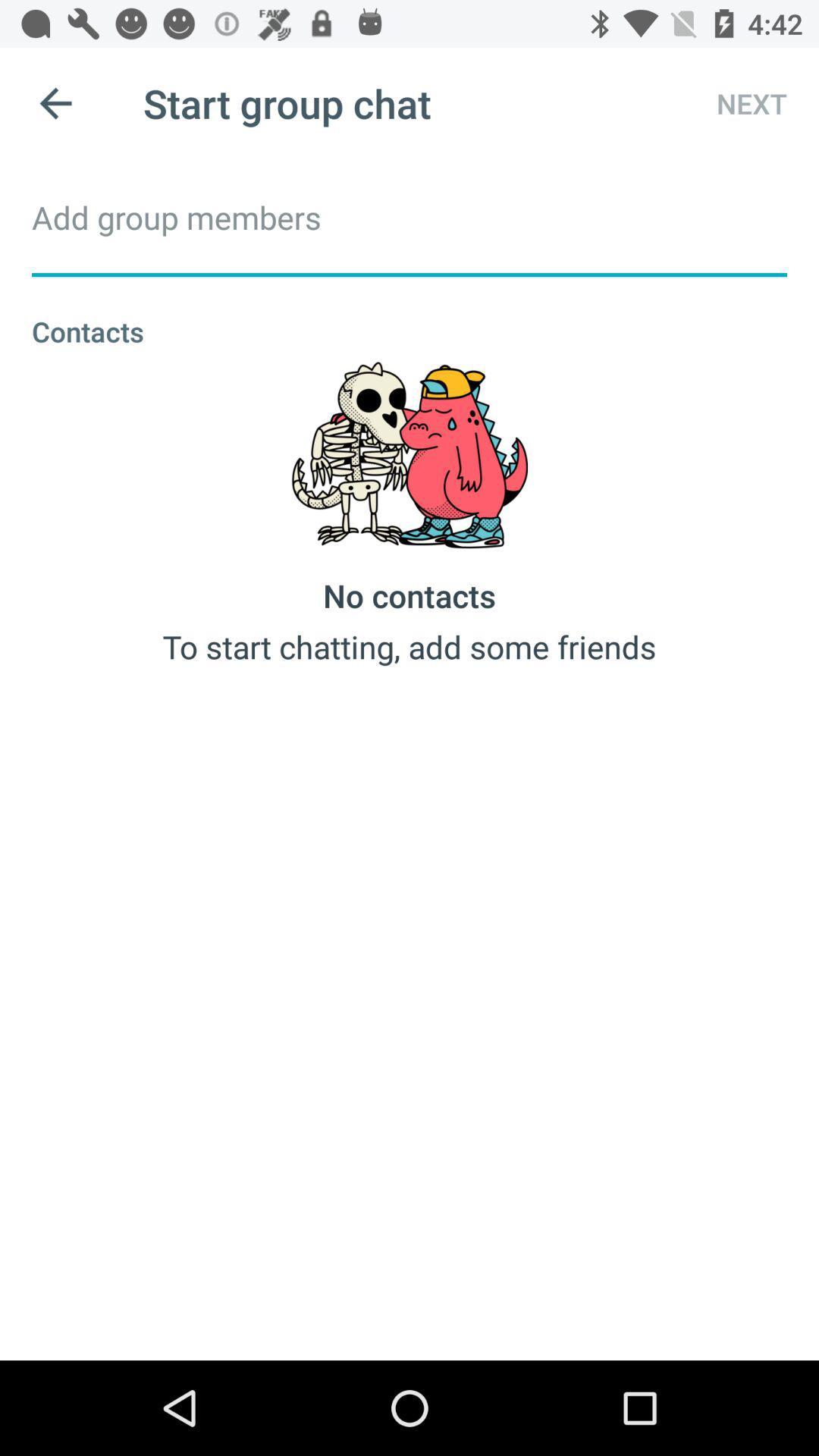 This screenshot has height=1456, width=819. I want to click on icon to the right of the start group chat icon, so click(737, 102).